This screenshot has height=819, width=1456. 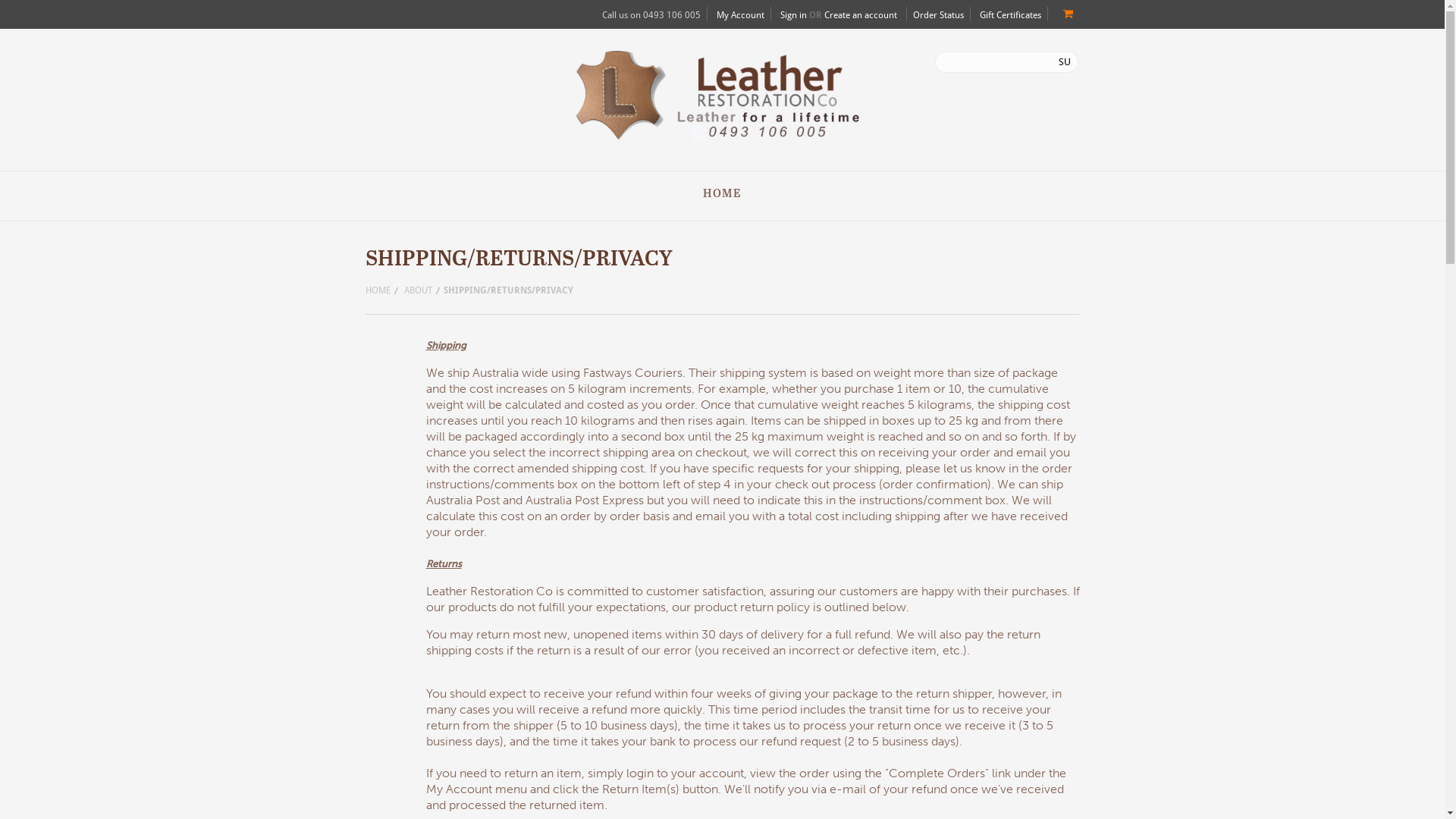 I want to click on 'Order Status', so click(x=937, y=14).